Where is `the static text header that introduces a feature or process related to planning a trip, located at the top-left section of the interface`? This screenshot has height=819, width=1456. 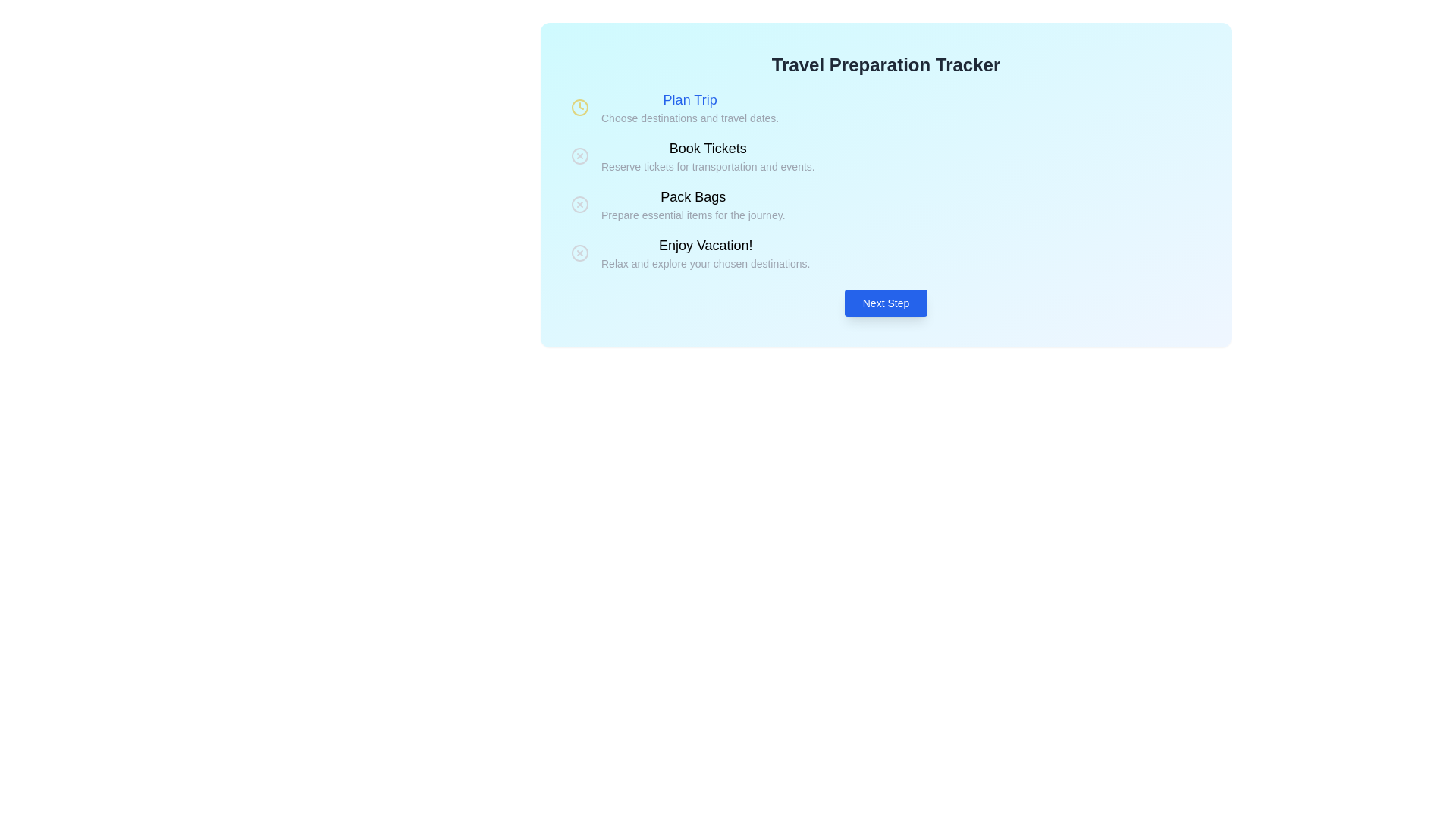 the static text header that introduces a feature or process related to planning a trip, located at the top-left section of the interface is located at coordinates (689, 99).